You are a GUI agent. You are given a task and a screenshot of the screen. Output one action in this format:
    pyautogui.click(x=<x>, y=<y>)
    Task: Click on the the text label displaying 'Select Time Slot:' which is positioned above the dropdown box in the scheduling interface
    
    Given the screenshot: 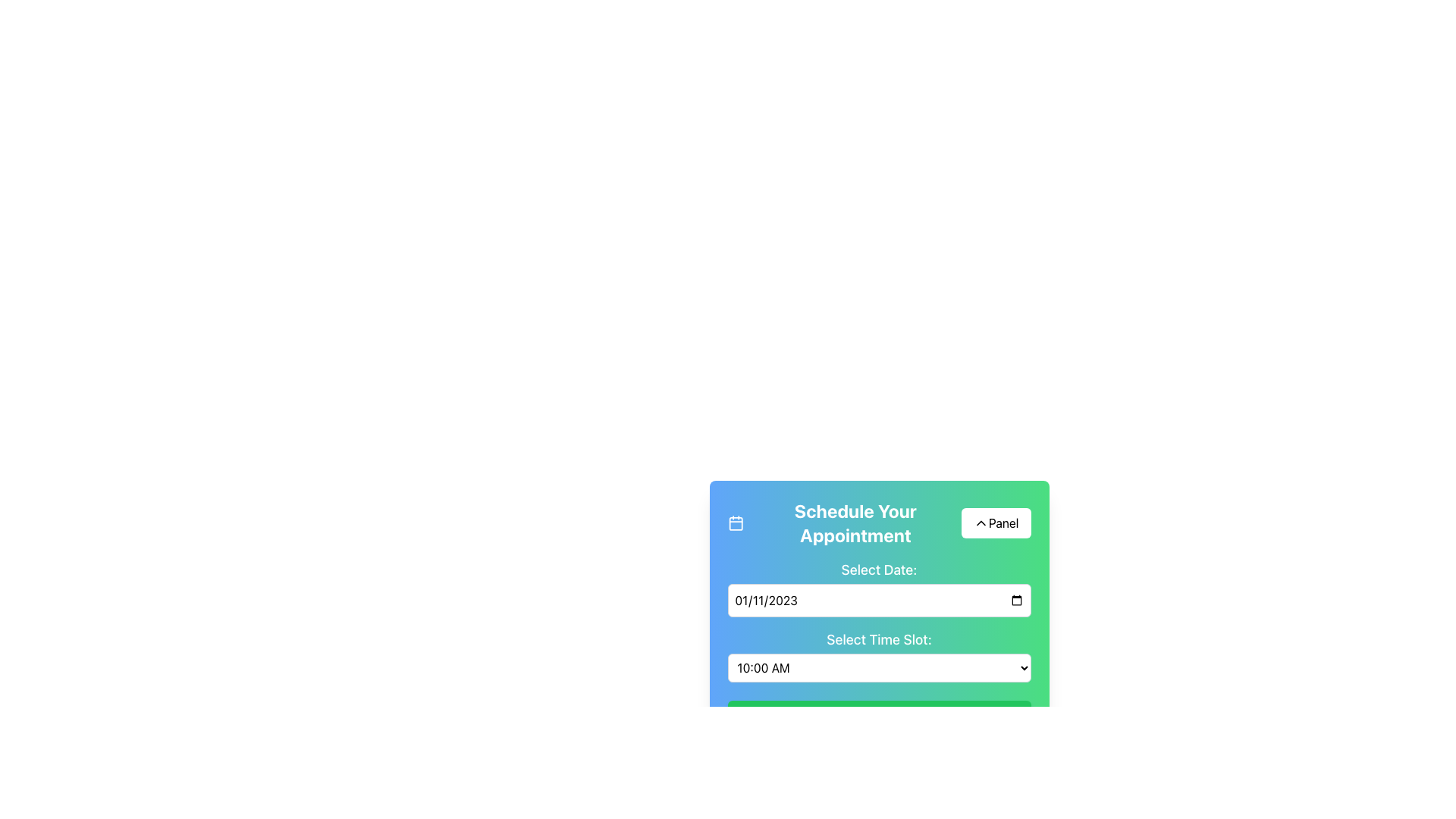 What is the action you would take?
    pyautogui.click(x=879, y=640)
    